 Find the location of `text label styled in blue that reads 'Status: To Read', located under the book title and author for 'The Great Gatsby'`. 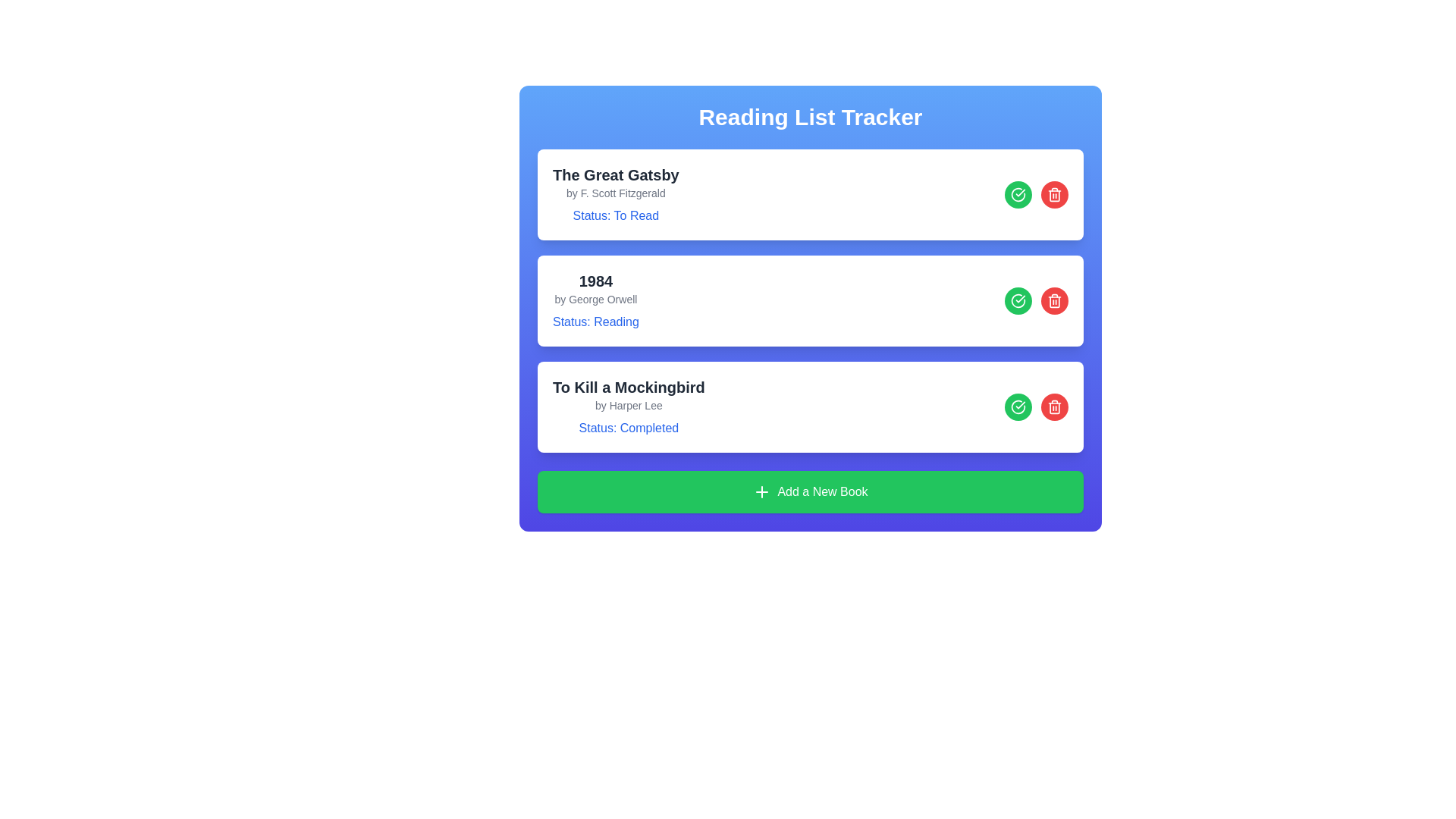

text label styled in blue that reads 'Status: To Read', located under the book title and author for 'The Great Gatsby' is located at coordinates (616, 216).